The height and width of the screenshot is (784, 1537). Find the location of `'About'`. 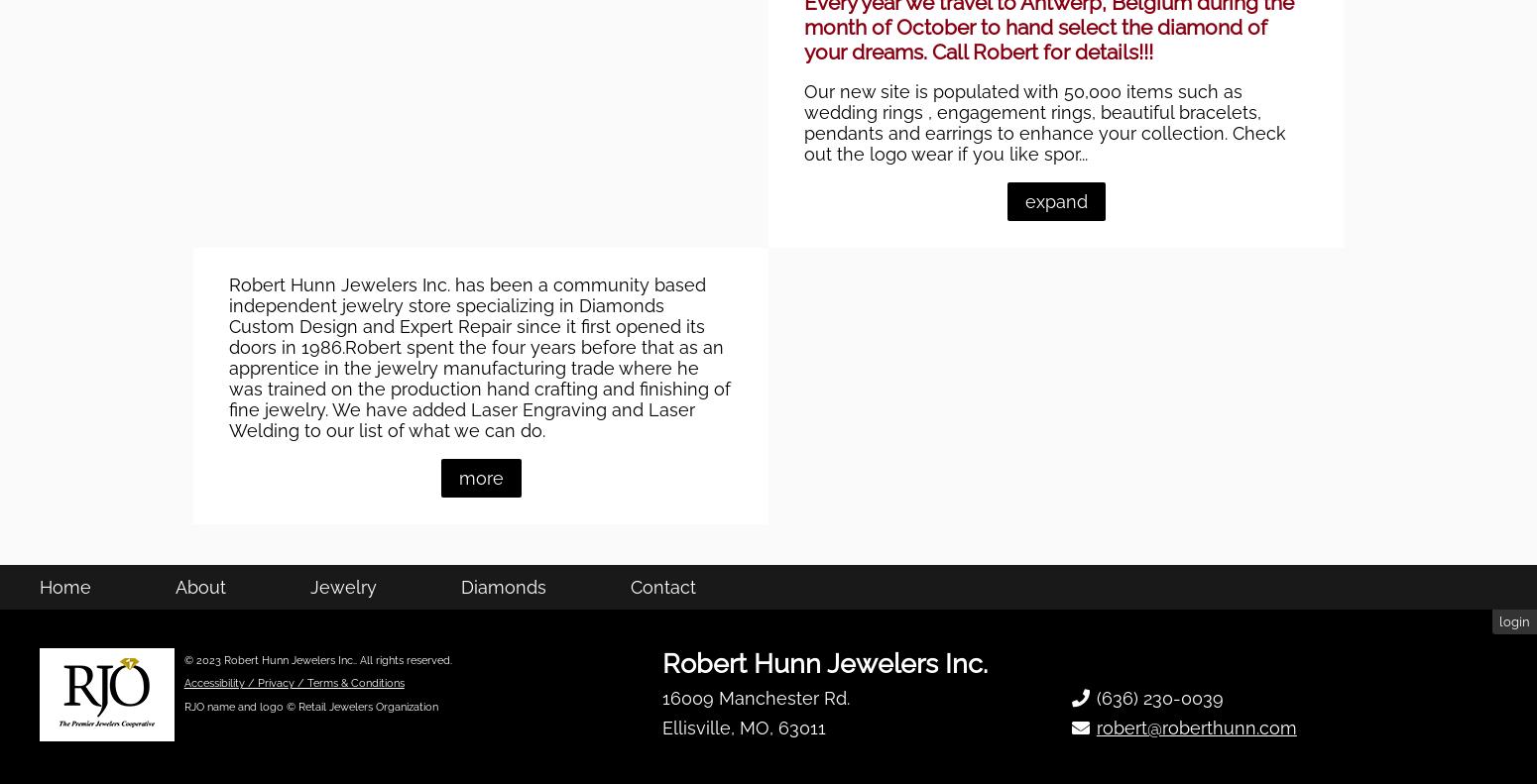

'About' is located at coordinates (175, 689).